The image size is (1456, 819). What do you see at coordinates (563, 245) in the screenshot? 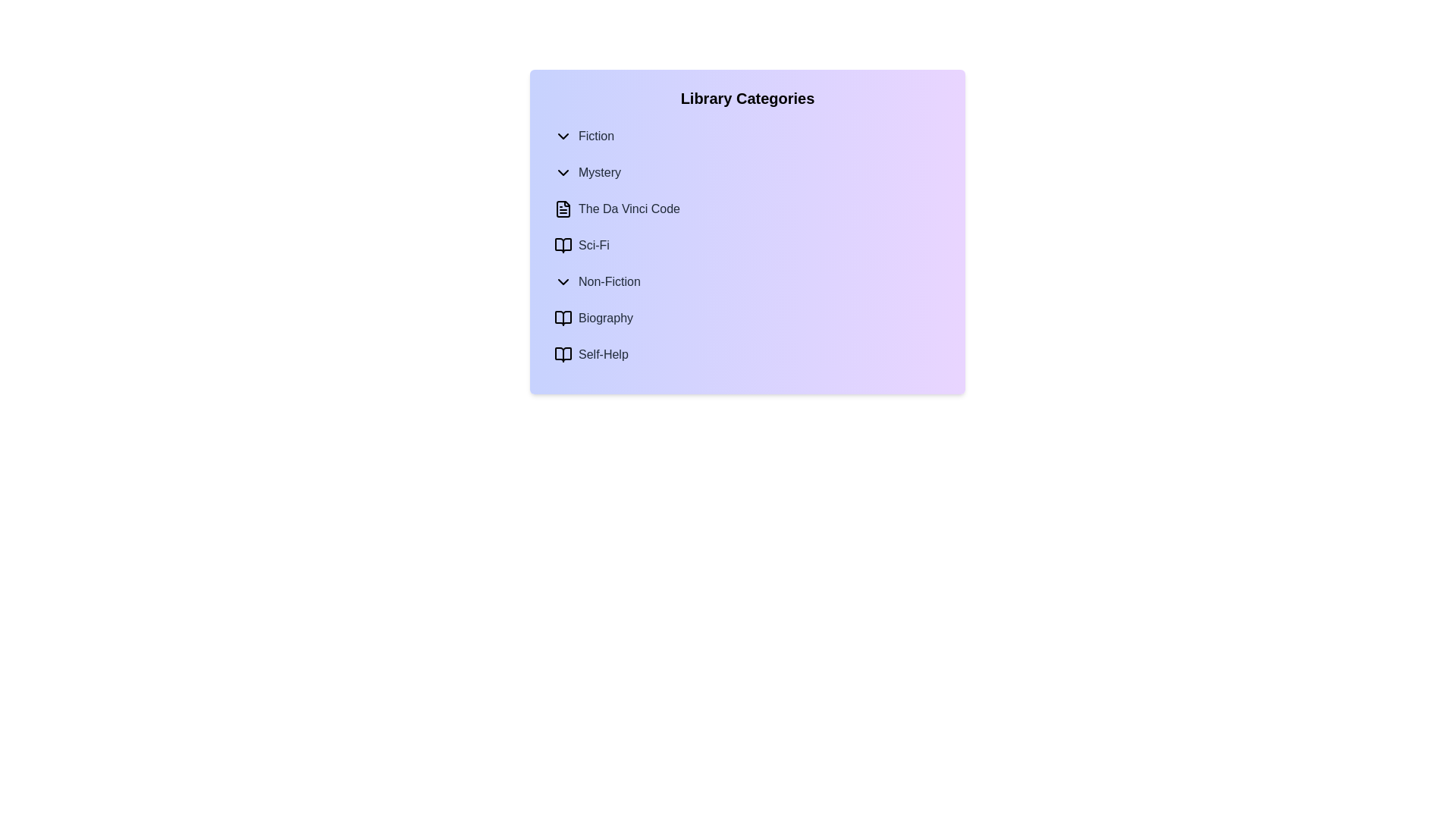
I see `the Sci-Fi category icon located to the left of the 'Sci-Fi' text label in the Library Categories list` at bounding box center [563, 245].